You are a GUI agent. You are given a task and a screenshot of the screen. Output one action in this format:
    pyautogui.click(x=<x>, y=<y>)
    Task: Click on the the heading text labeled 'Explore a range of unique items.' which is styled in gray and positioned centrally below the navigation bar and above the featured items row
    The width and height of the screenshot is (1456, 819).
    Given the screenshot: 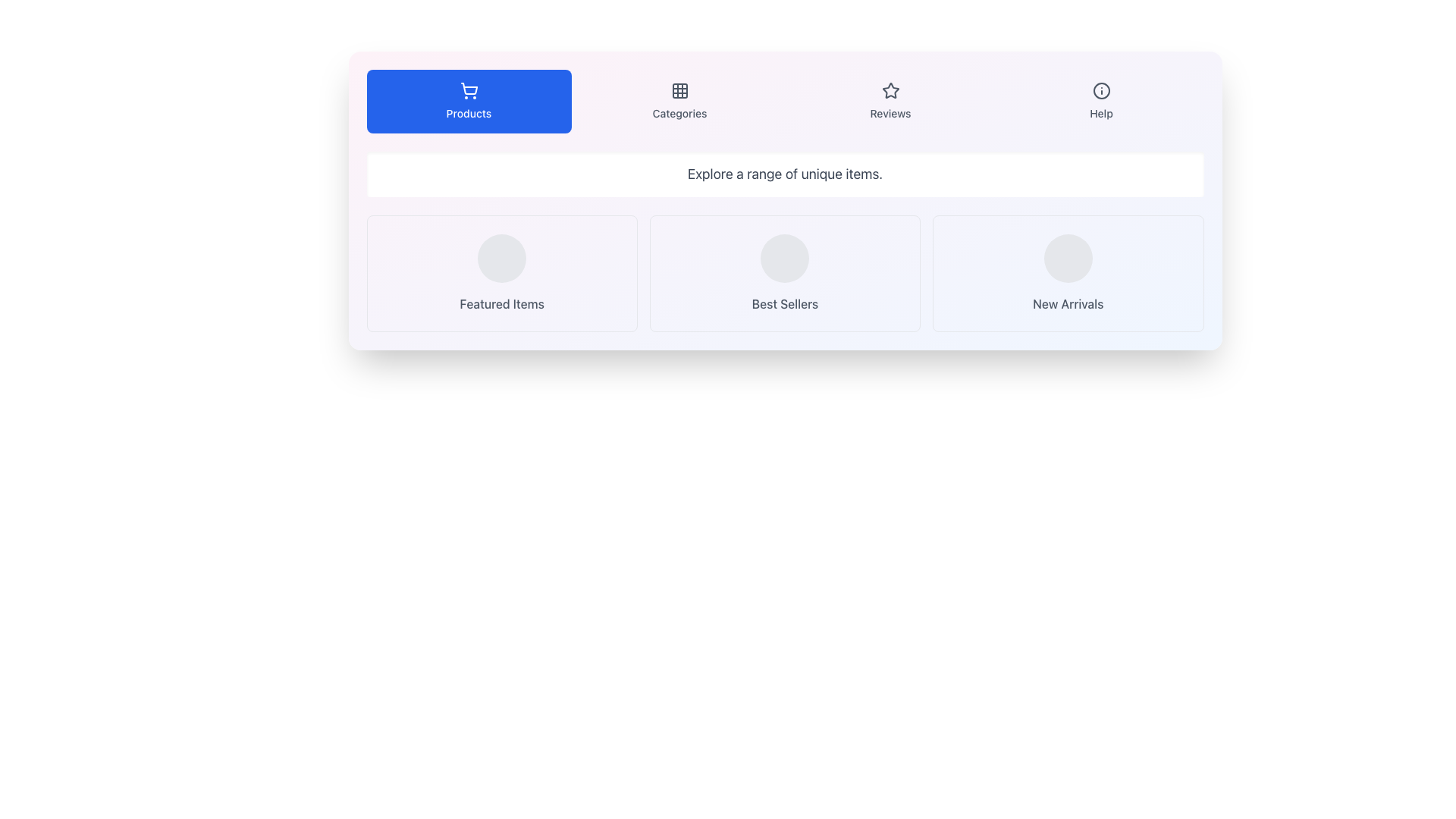 What is the action you would take?
    pyautogui.click(x=785, y=174)
    